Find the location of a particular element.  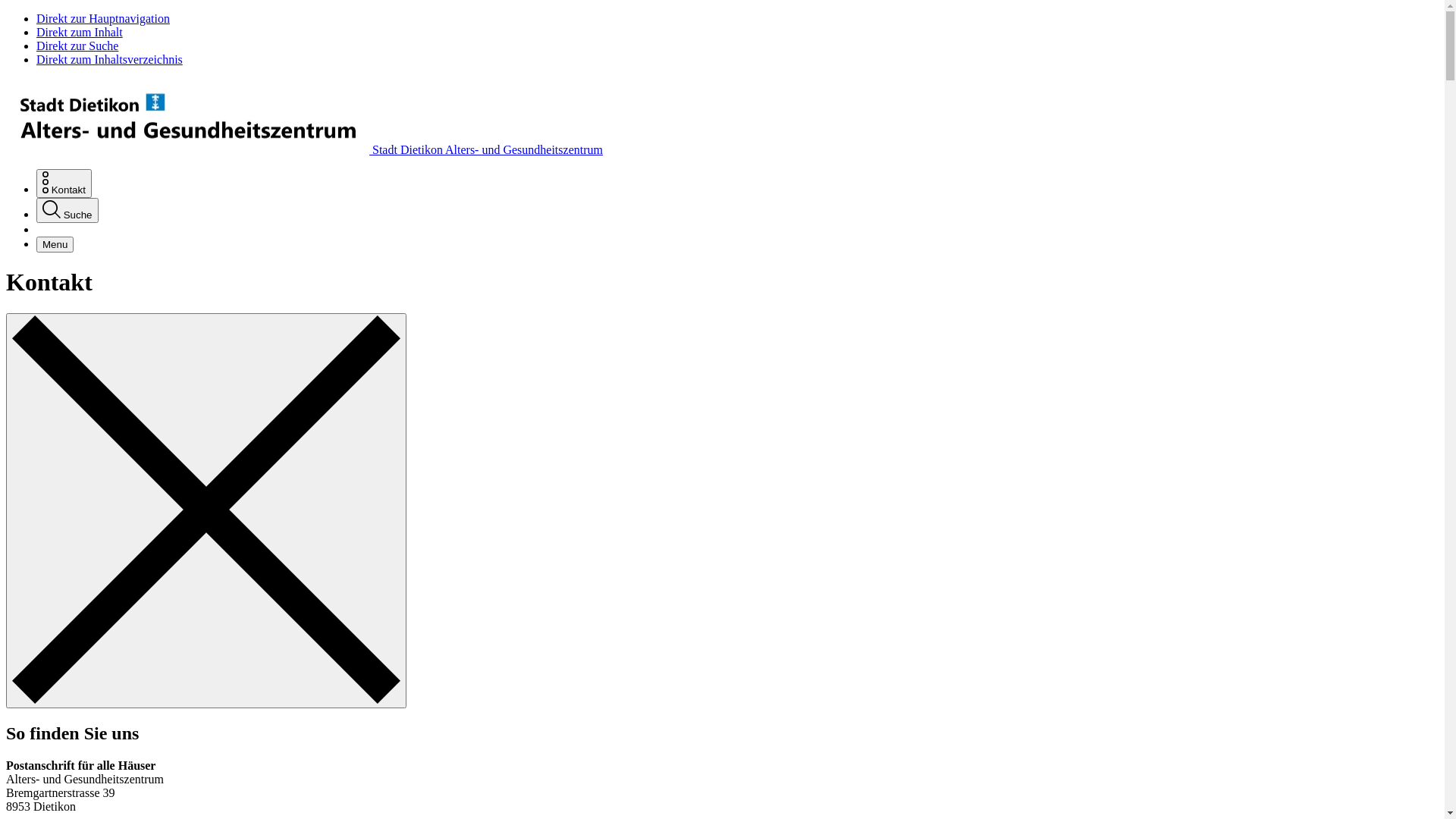

'Direkt zur Suche' is located at coordinates (76, 45).